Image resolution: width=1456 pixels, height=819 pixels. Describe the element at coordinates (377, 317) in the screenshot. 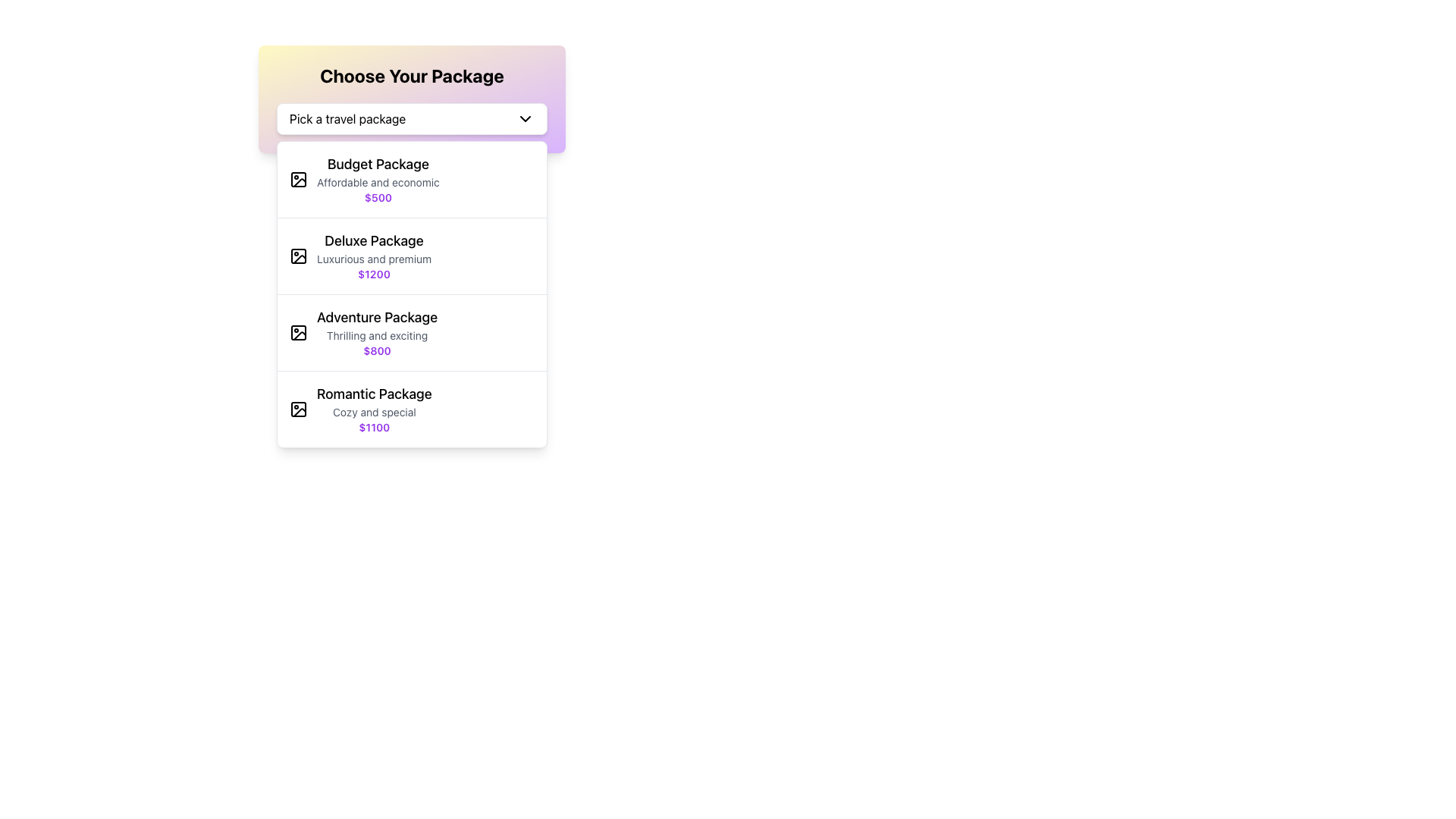

I see `text label that says 'Adventure Package', which is styled in bold and slightly larger font, positioned at the top of the list item for the Adventure Package` at that location.